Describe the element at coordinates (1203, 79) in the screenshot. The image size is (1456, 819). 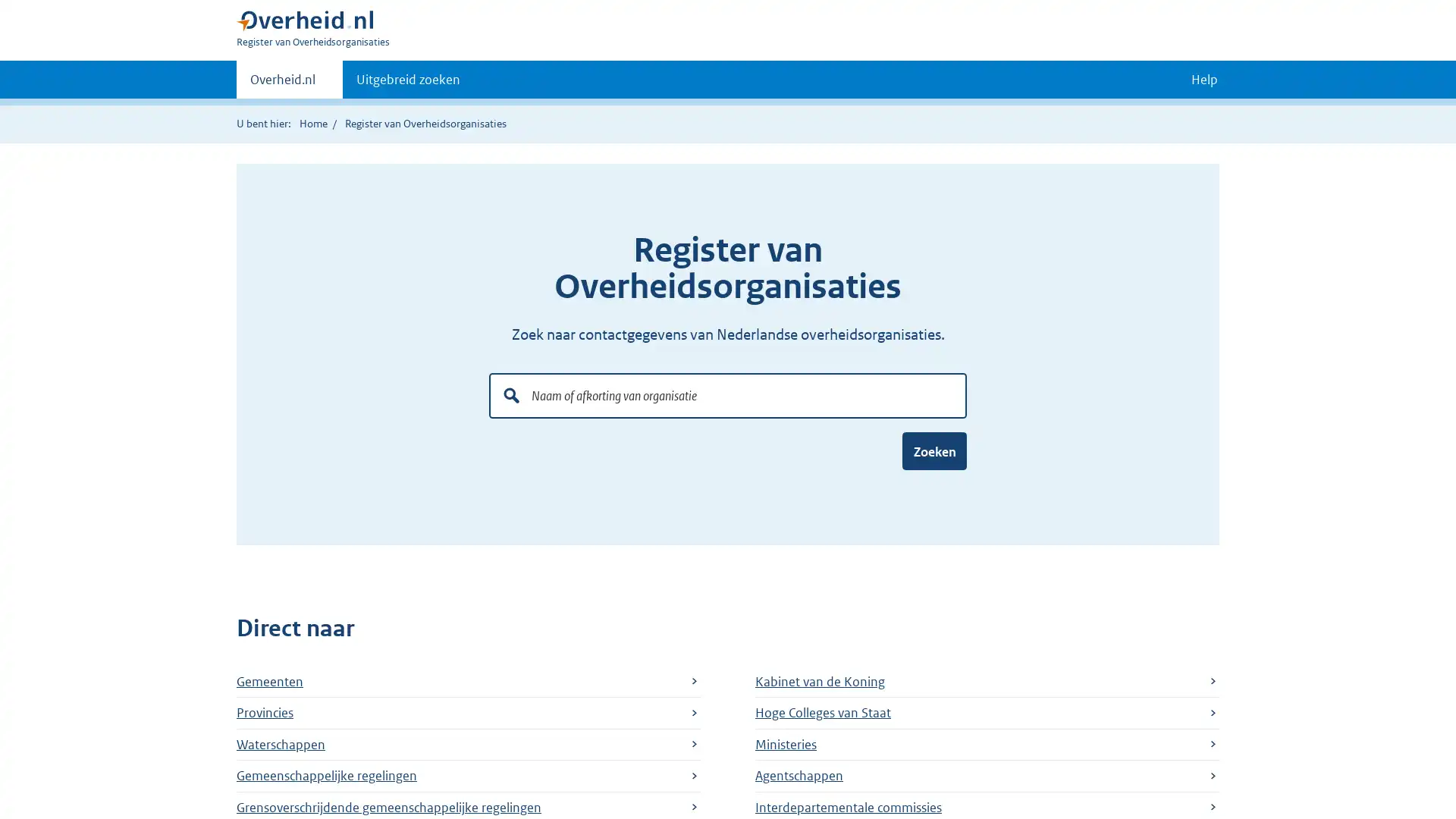
I see `Help` at that location.